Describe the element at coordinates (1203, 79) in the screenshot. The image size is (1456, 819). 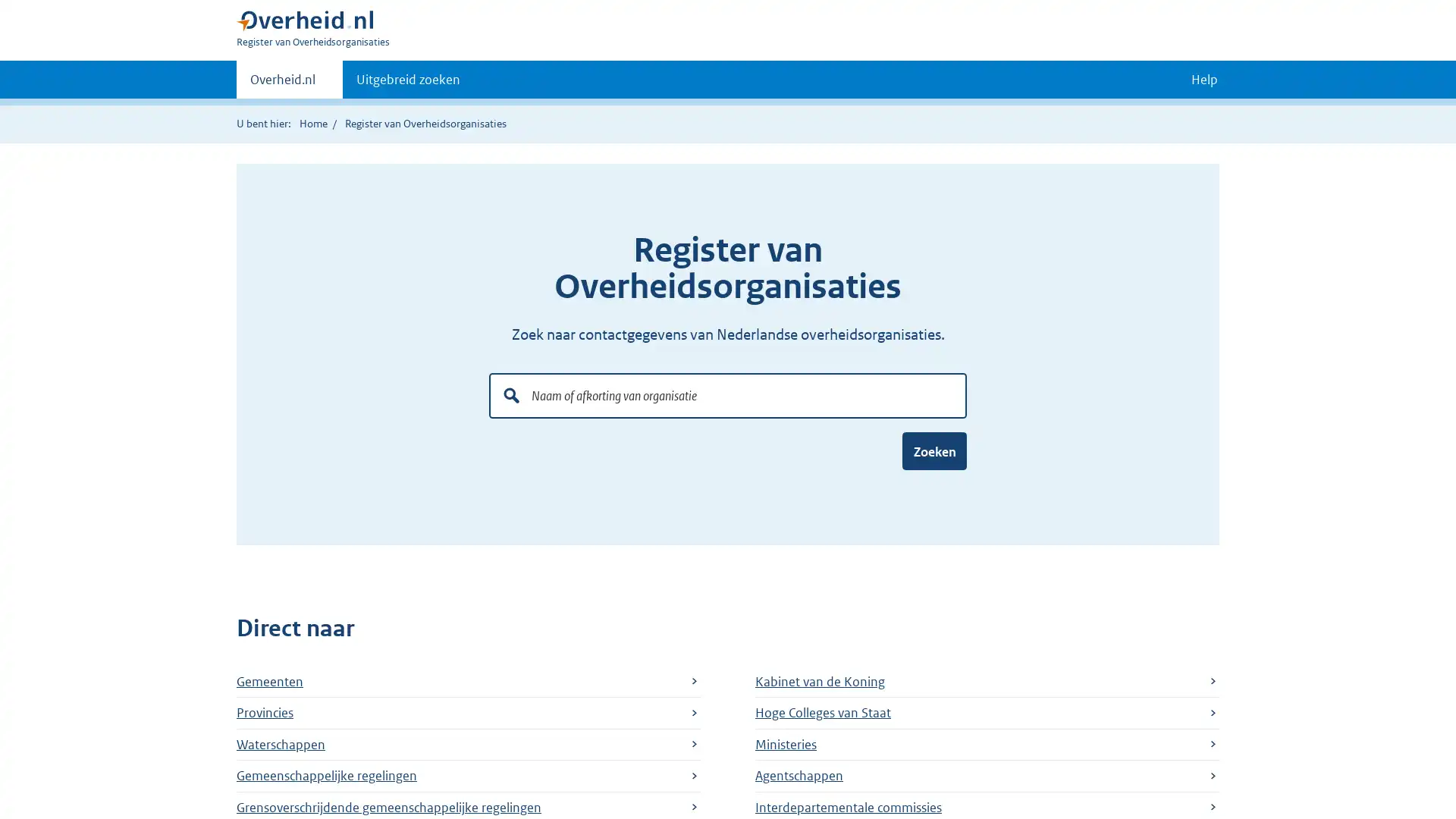
I see `Help` at that location.